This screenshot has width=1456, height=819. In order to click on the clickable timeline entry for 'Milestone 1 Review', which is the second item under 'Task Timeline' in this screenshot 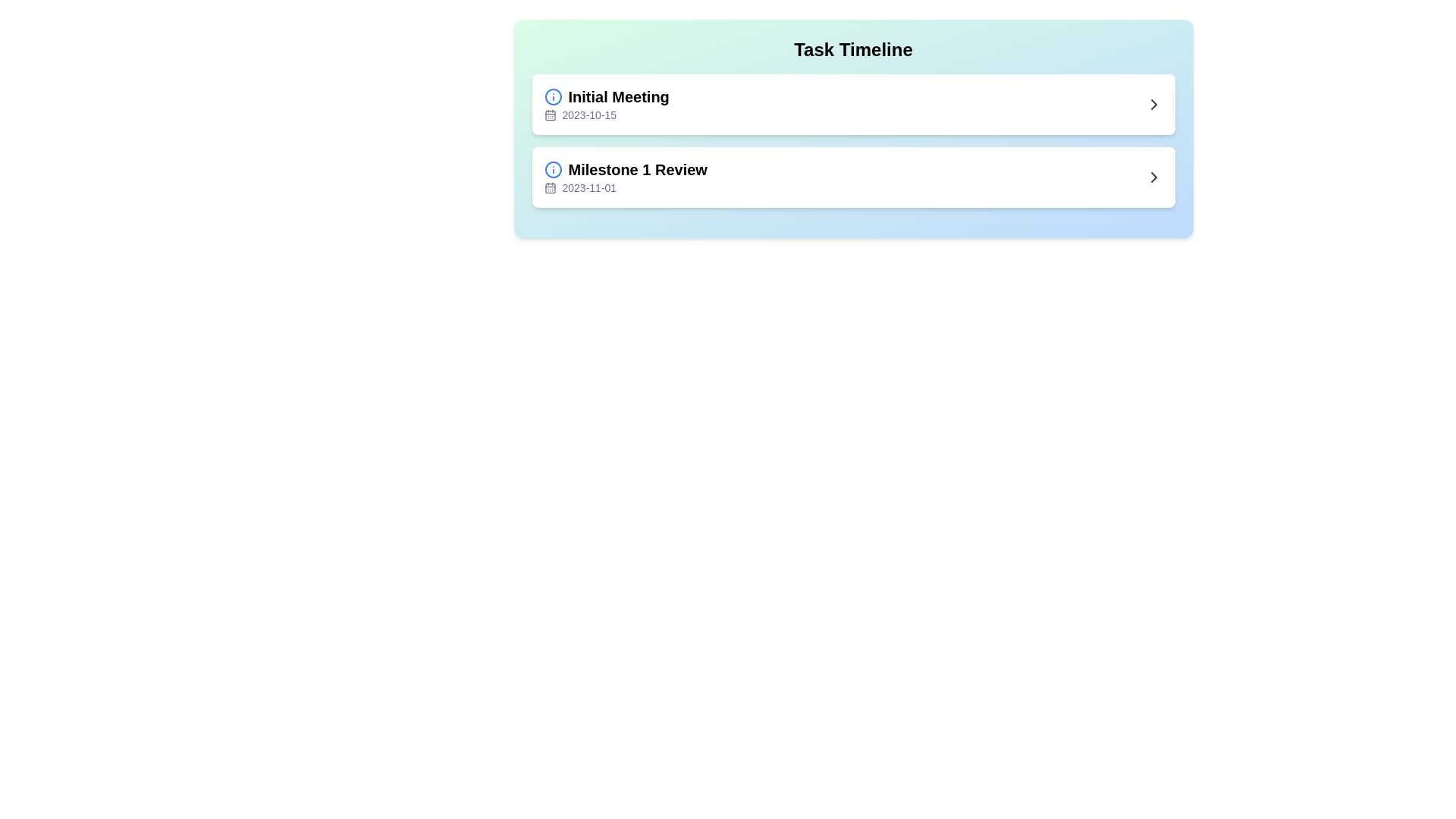, I will do `click(853, 177)`.